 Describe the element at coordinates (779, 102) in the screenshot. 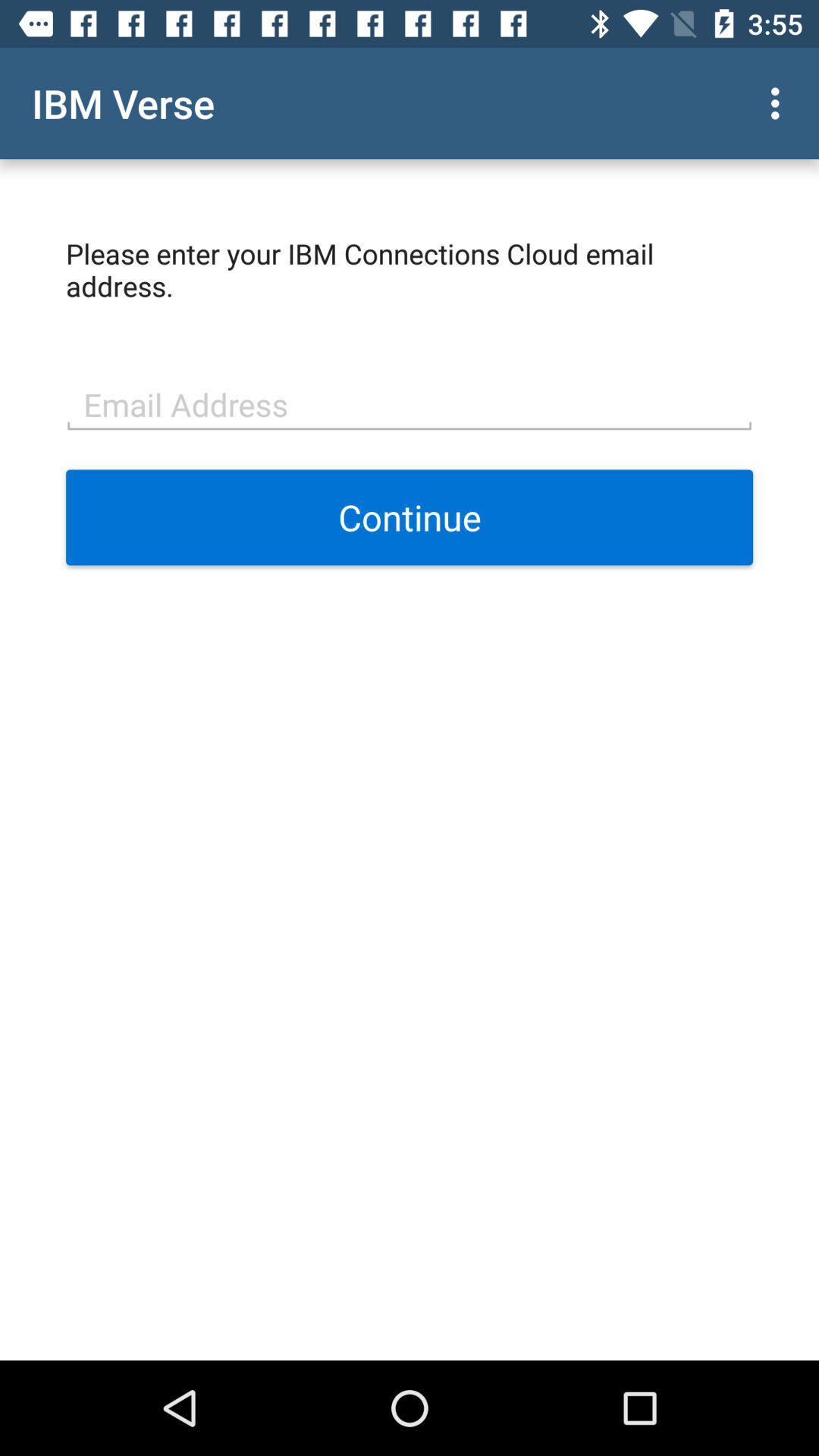

I see `item above the please enter your item` at that location.